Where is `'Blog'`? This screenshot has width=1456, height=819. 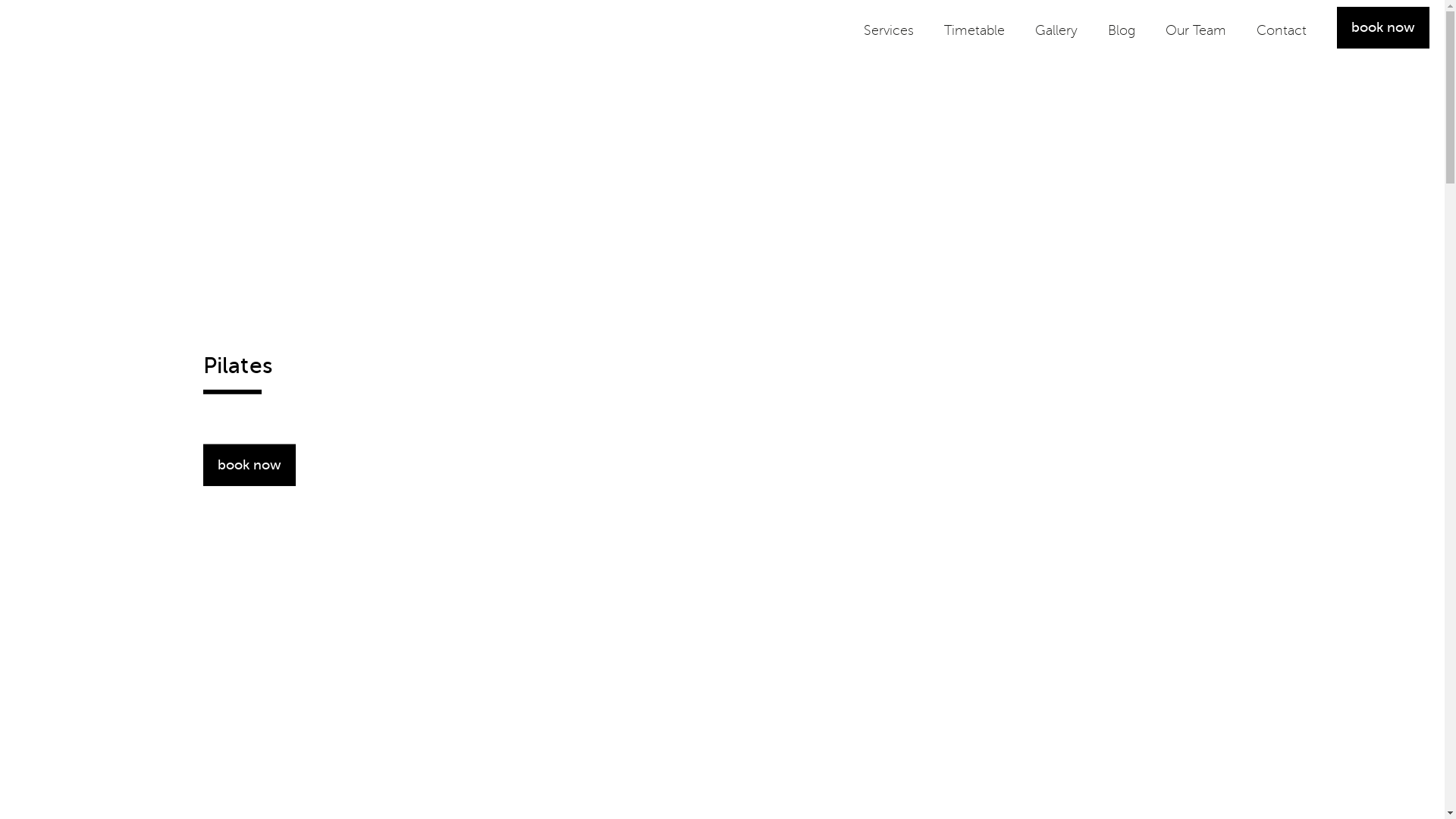 'Blog' is located at coordinates (1121, 33).